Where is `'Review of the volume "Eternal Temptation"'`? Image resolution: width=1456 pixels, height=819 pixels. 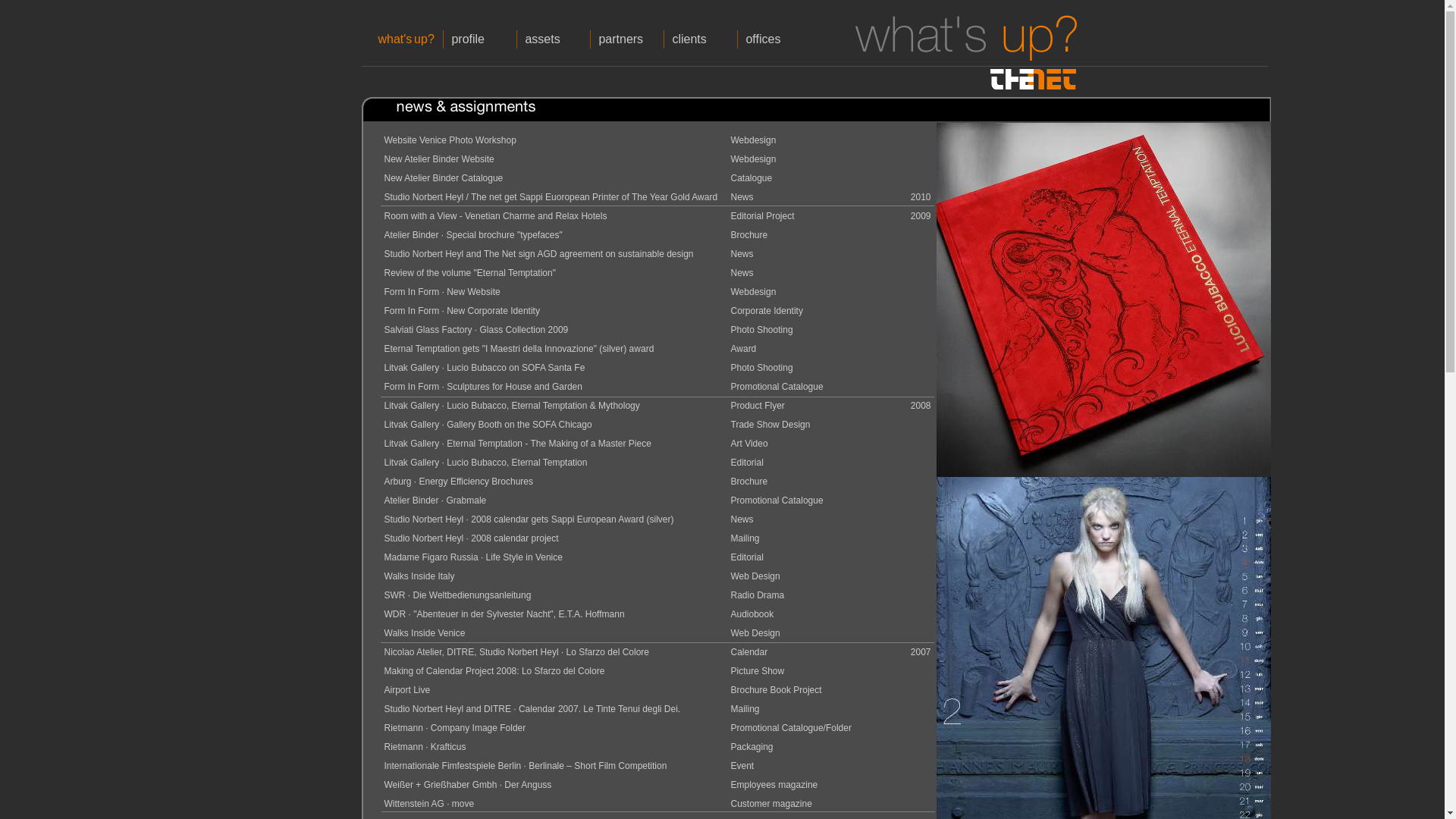
'Review of the volume "Eternal Temptation"' is located at coordinates (469, 271).